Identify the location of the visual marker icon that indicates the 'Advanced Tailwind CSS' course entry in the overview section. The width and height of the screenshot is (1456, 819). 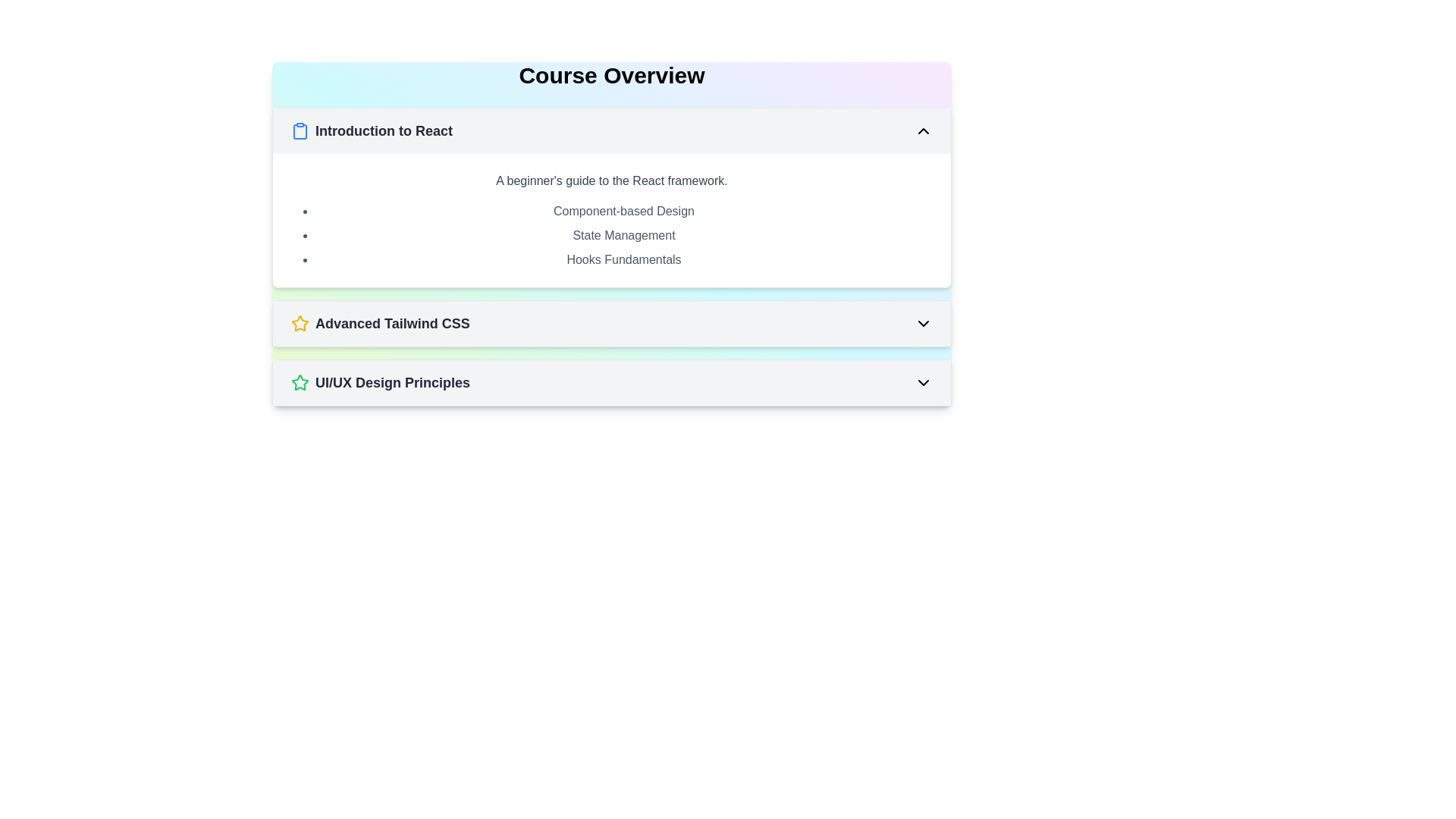
(300, 323).